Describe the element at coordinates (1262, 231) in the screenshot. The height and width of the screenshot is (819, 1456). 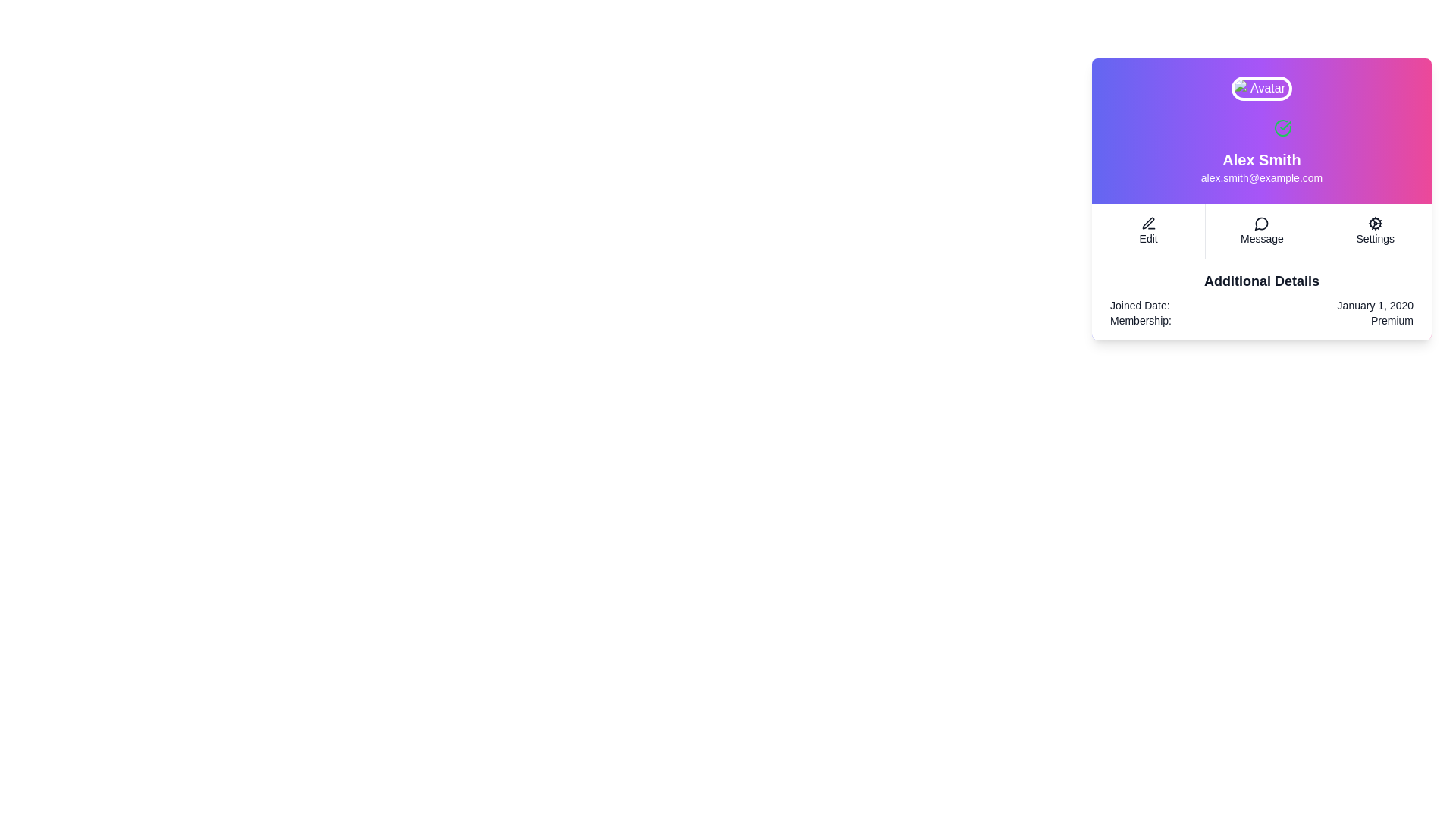
I see `the 'Message' button, which is located in the middle column of a three-column row` at that location.